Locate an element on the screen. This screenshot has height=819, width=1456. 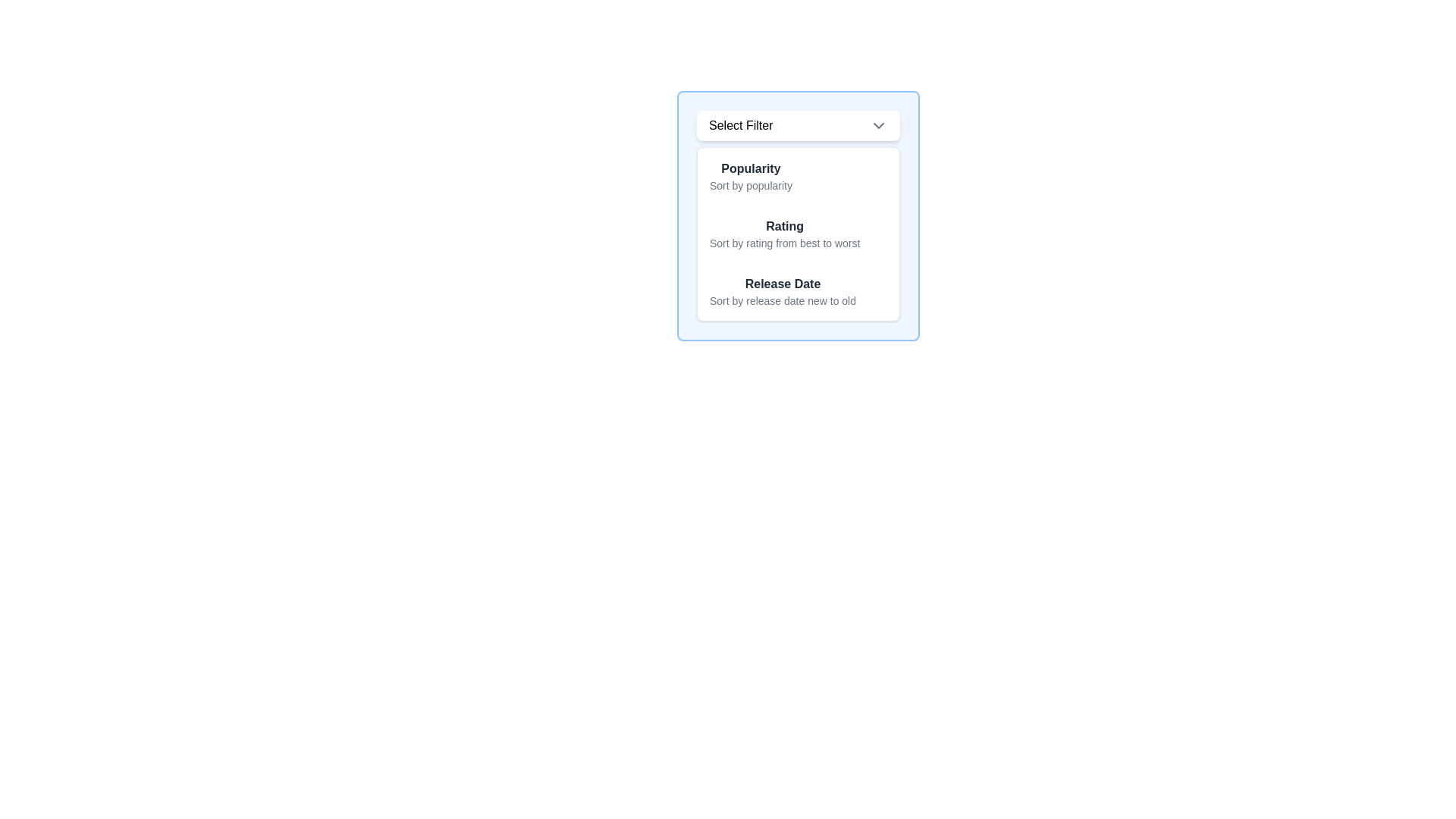
the third option in the dropdown menu, which allows users to sort content by release date is located at coordinates (783, 292).